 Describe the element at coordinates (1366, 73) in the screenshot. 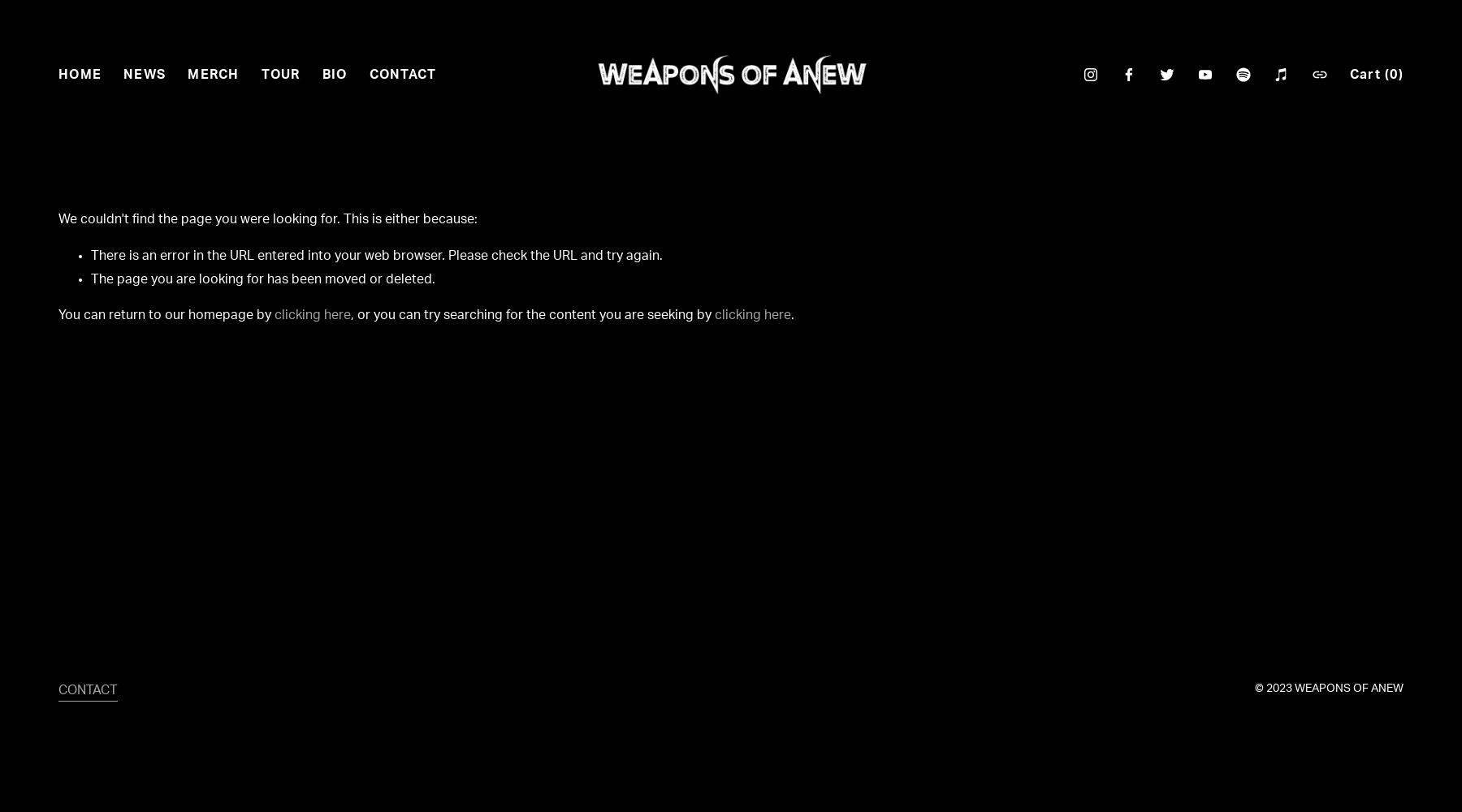

I see `'Cart'` at that location.